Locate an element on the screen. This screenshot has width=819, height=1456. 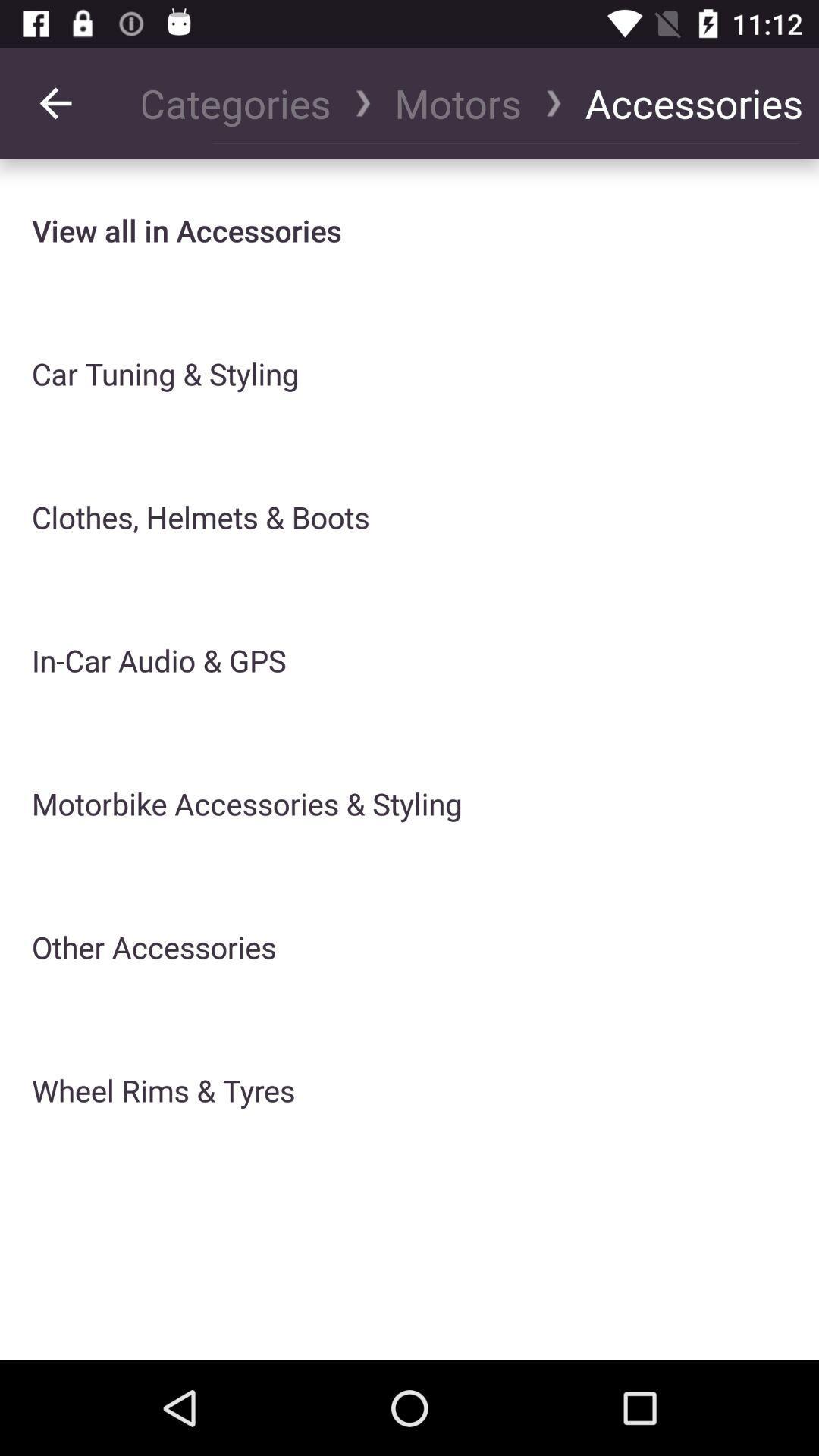
item above the motorbike accessories & styling item is located at coordinates (457, 102).